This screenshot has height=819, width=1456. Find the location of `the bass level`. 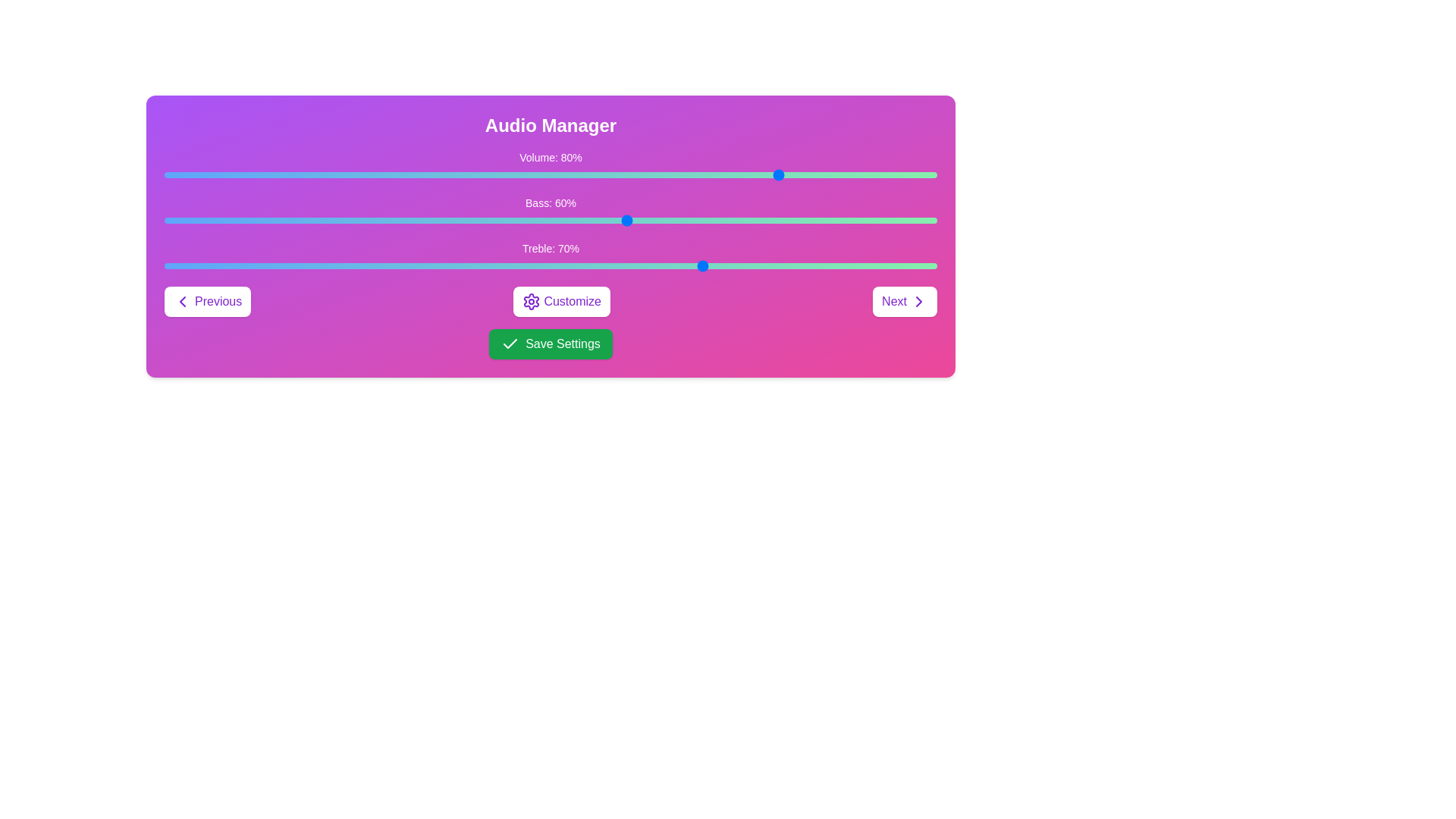

the bass level is located at coordinates (704, 220).